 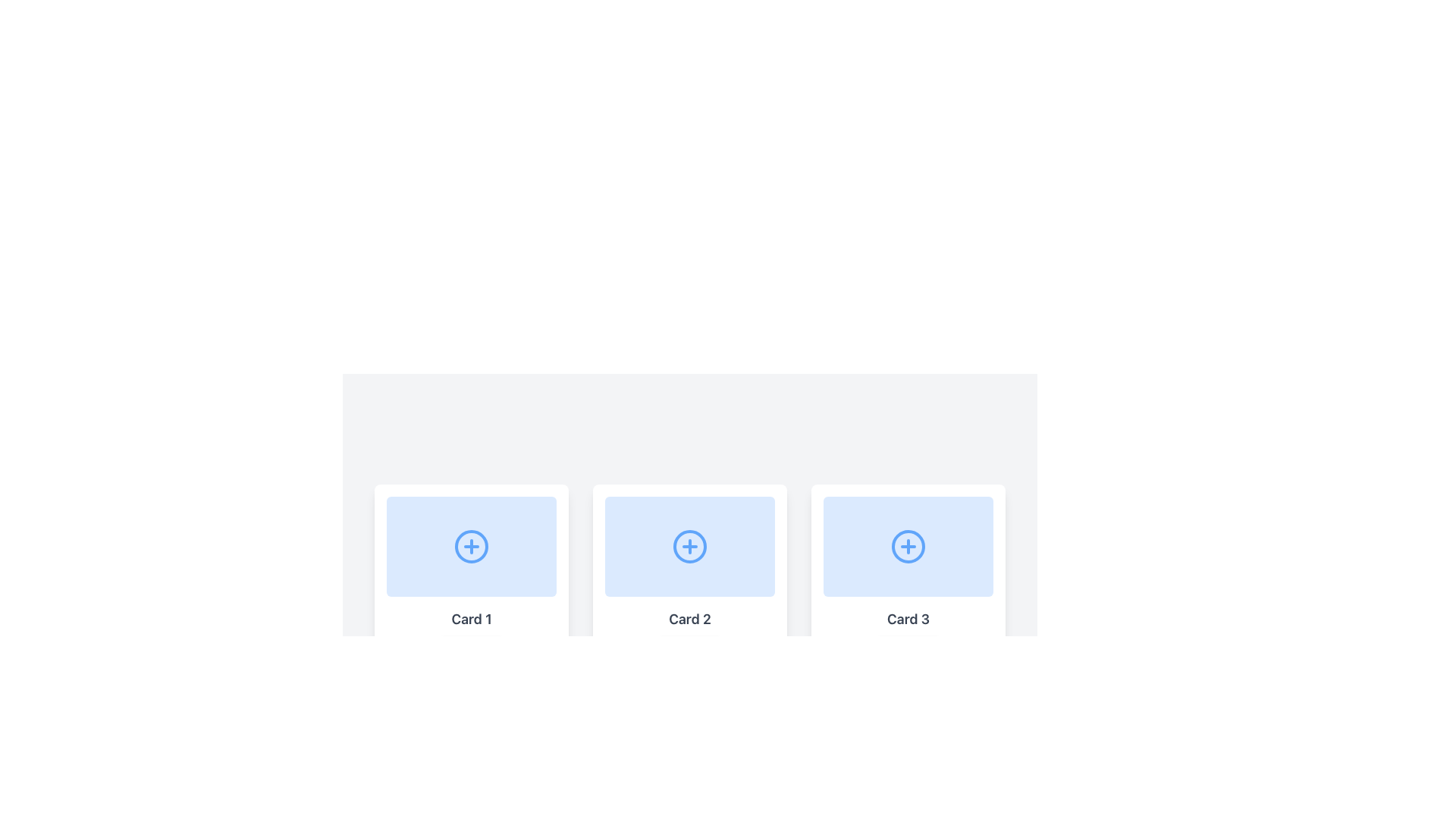 I want to click on the interactive icon button located in the center of the first blue card to invoke its functionality, so click(x=471, y=547).